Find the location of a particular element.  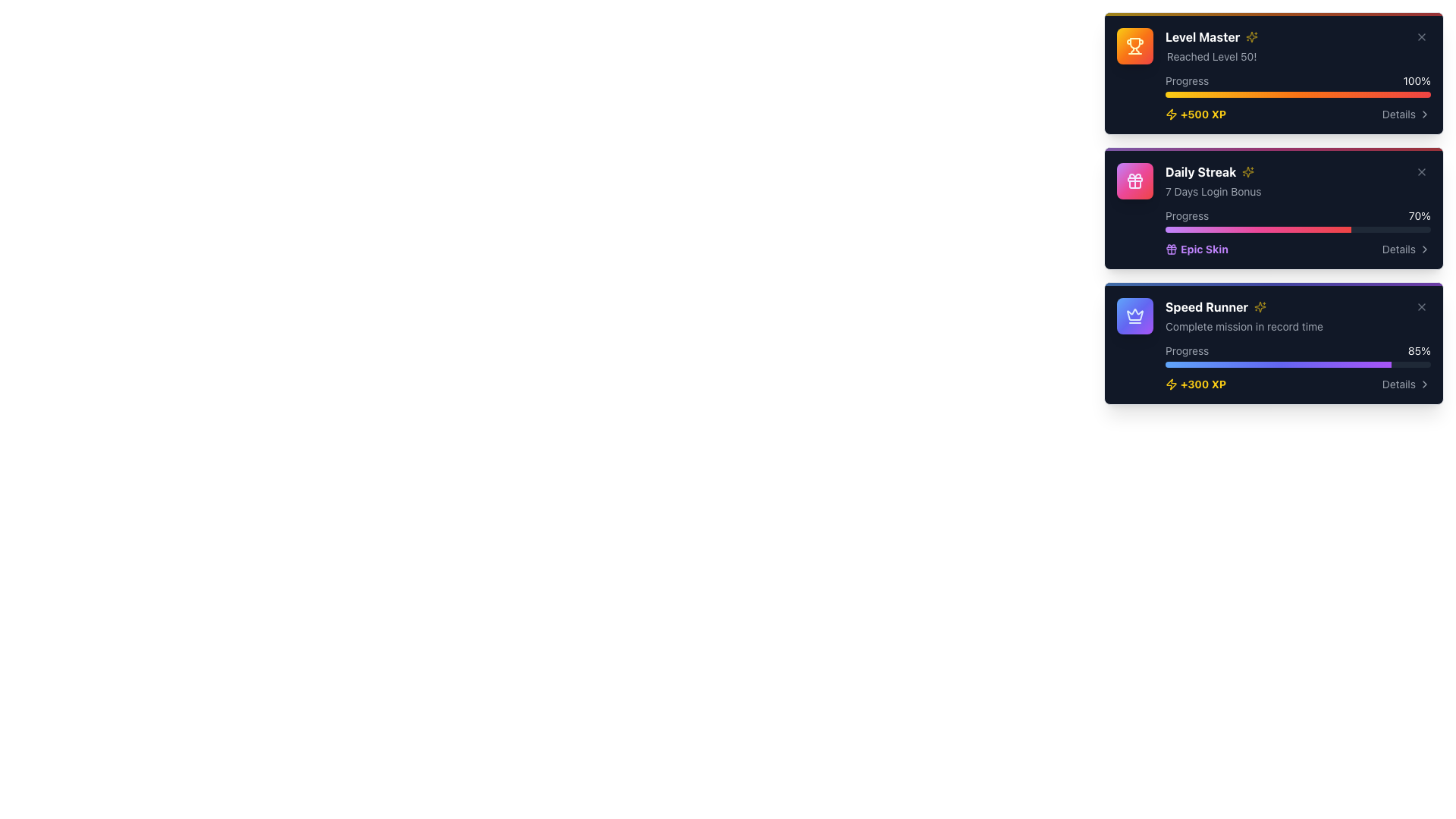

the close button located in the top-right corner of the 'Speed Runner' card is located at coordinates (1421, 307).